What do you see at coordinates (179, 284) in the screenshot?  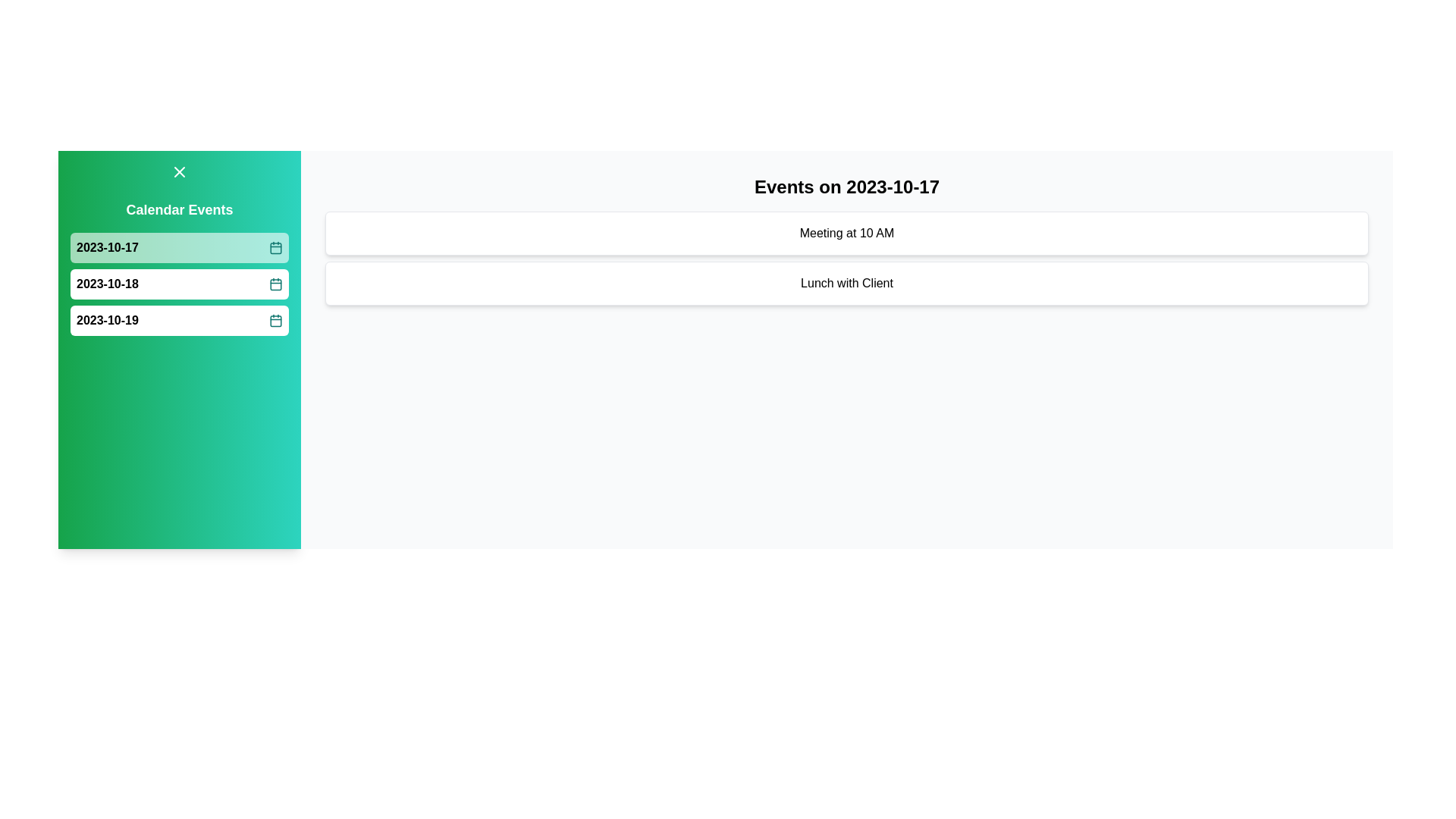 I see `the date 2023-10-18 from the list of dates` at bounding box center [179, 284].